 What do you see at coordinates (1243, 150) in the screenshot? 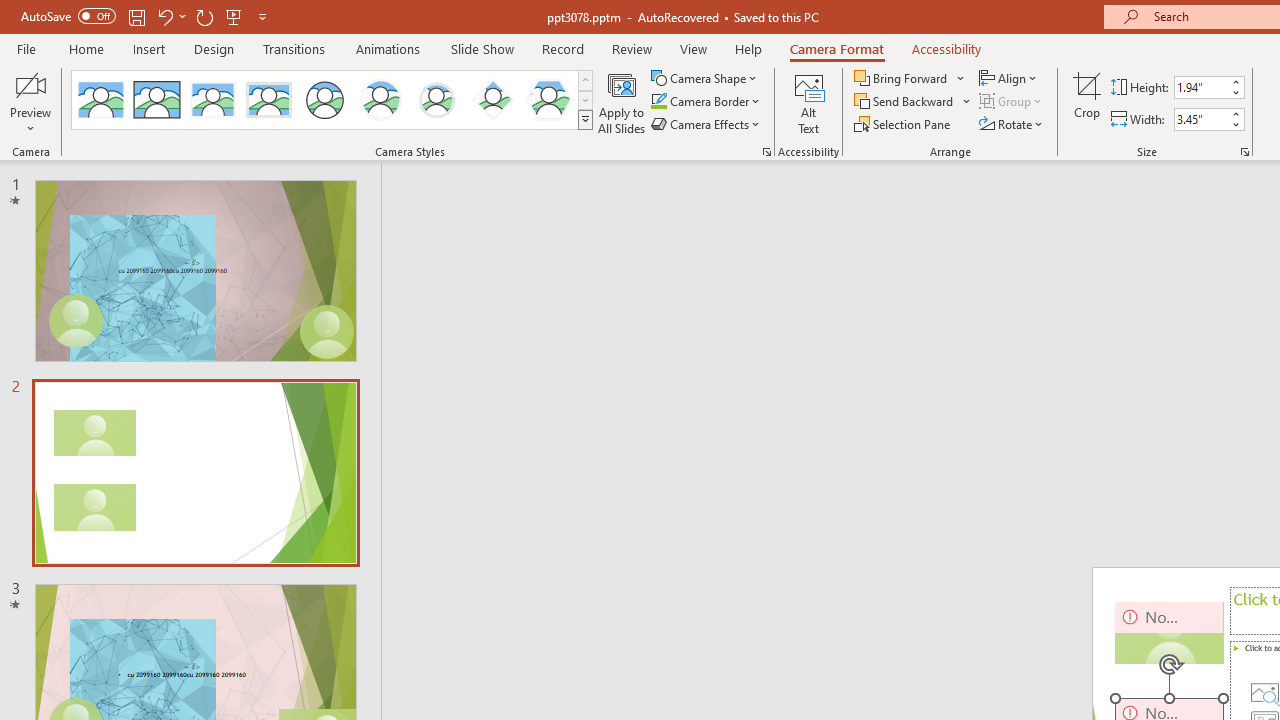
I see `'Size and Position...'` at bounding box center [1243, 150].